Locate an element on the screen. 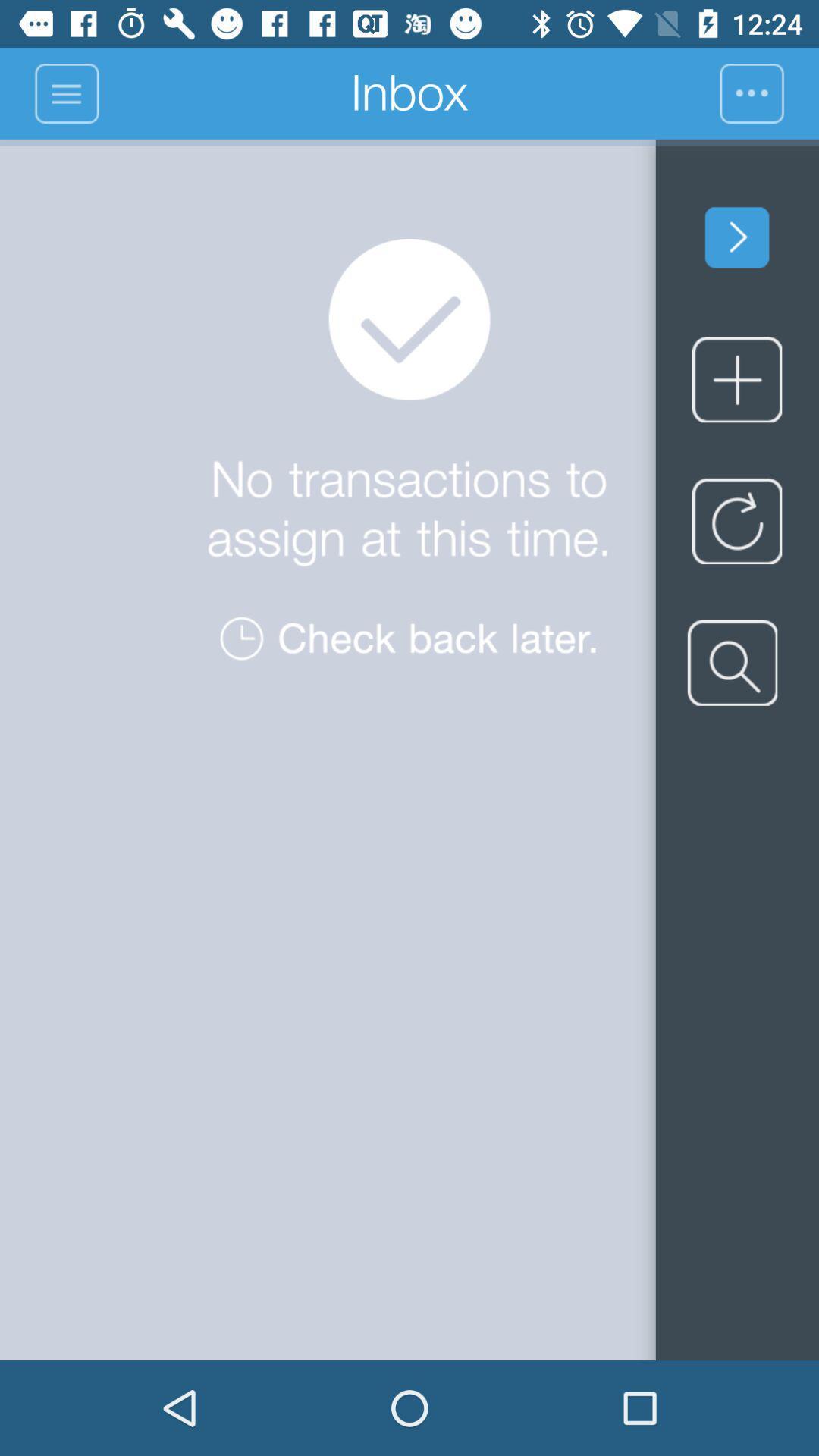  item to the left of inbox icon is located at coordinates (65, 93).